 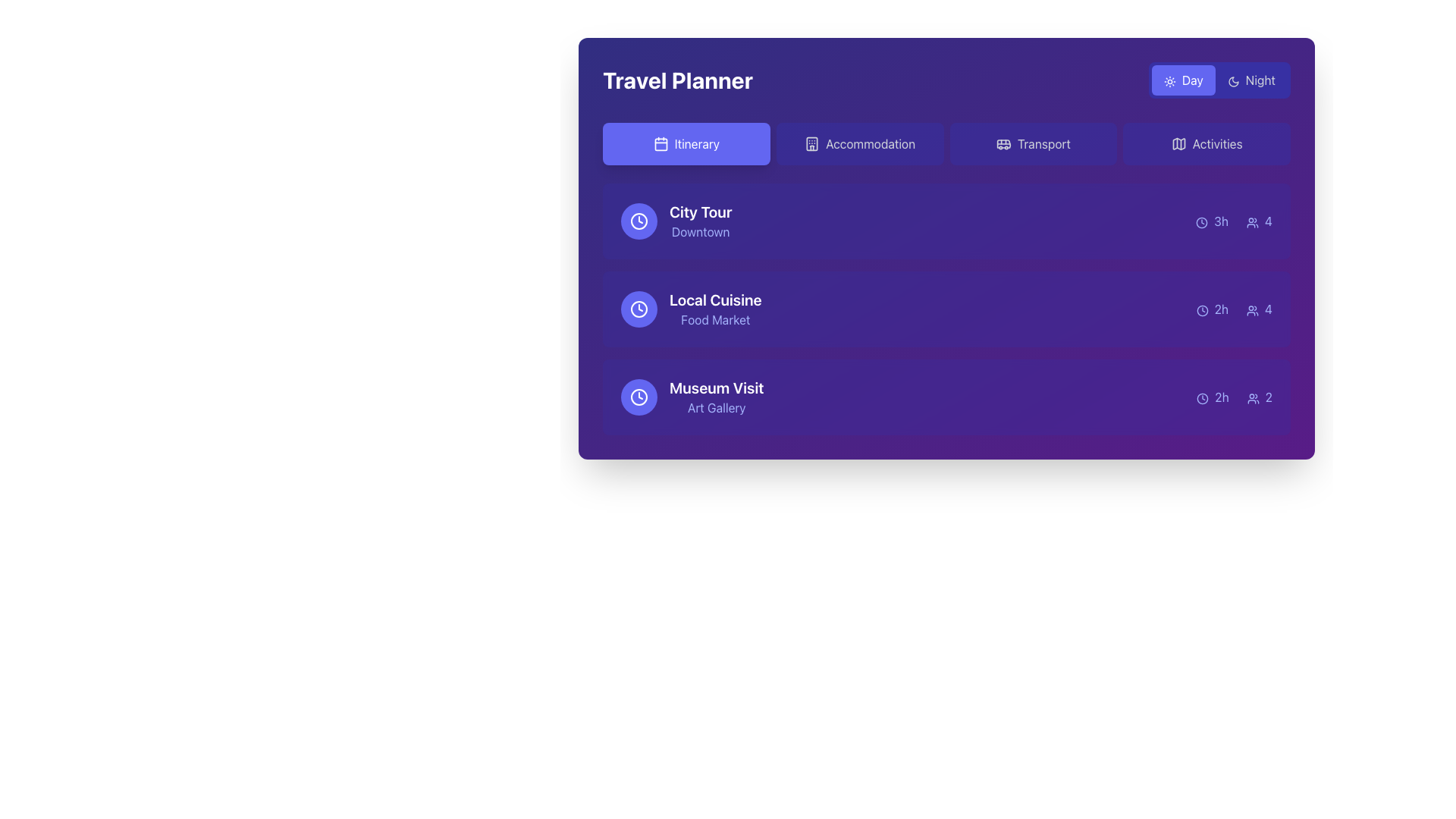 I want to click on the Accommodation icon, which is a purple SVG icon of a building with windows, located in the second navigation option of the main menu, so click(x=811, y=143).